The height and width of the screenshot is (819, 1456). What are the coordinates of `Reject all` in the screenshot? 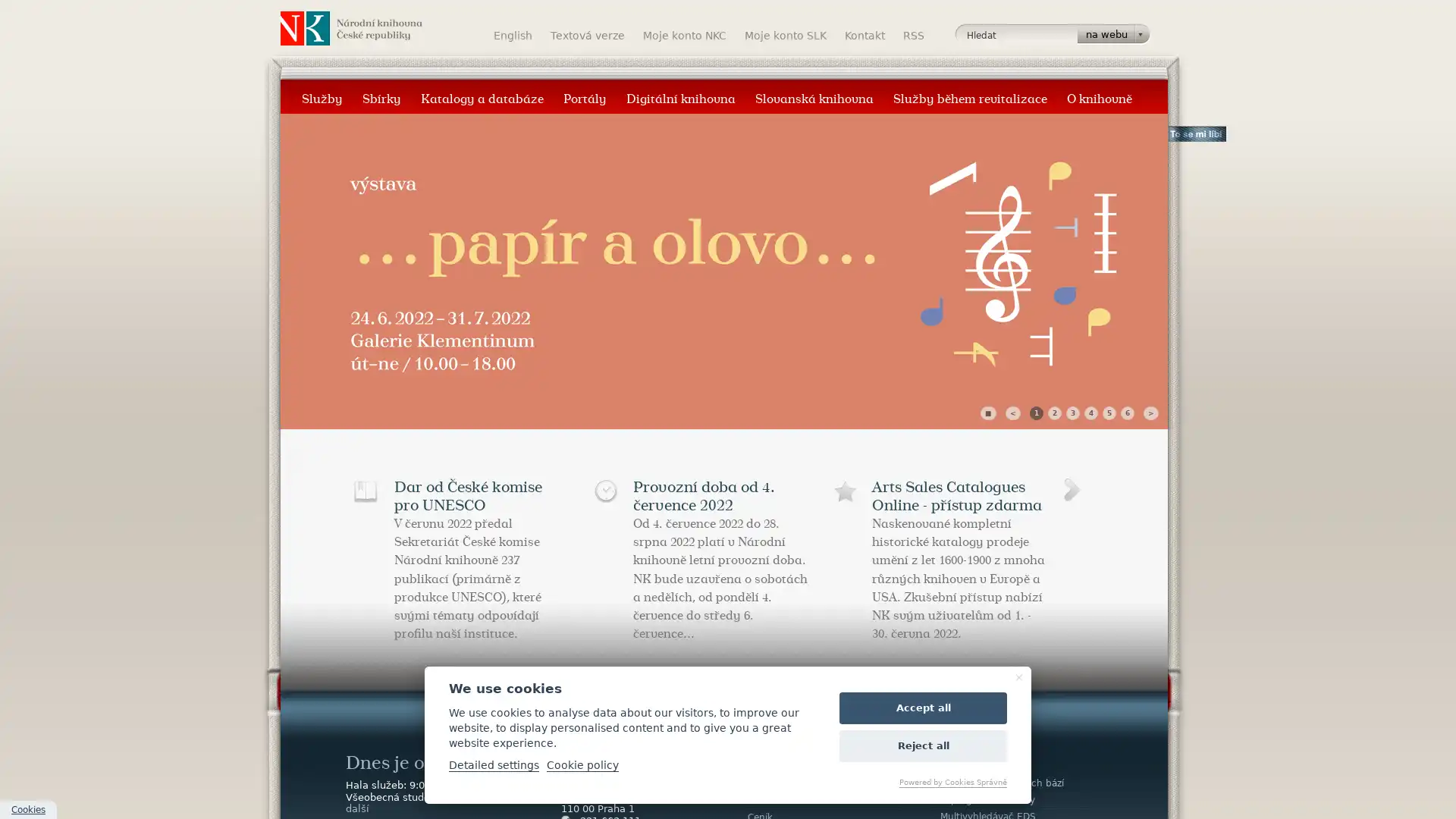 It's located at (922, 745).